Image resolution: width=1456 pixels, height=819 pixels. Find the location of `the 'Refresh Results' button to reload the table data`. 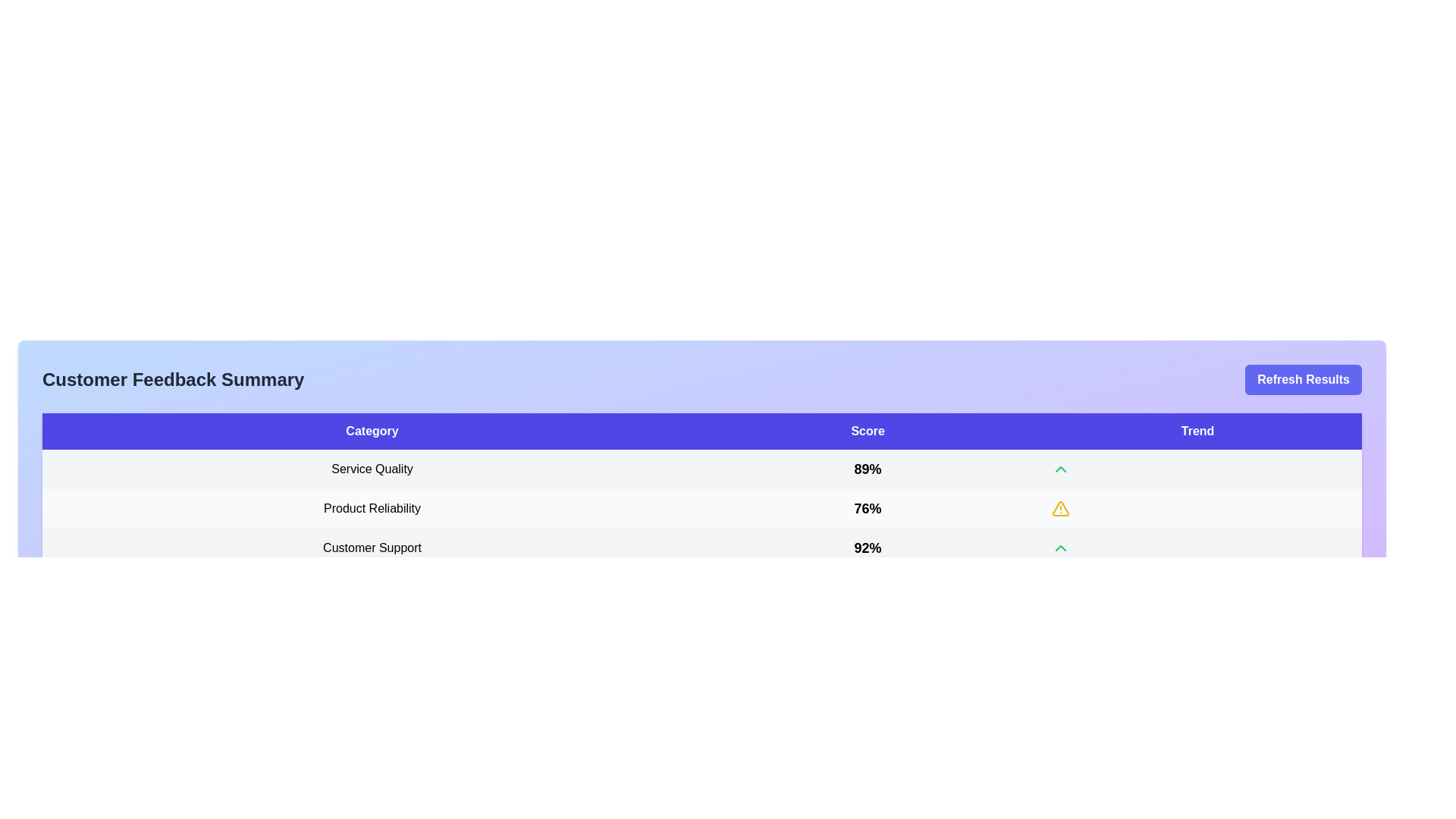

the 'Refresh Results' button to reload the table data is located at coordinates (1302, 379).